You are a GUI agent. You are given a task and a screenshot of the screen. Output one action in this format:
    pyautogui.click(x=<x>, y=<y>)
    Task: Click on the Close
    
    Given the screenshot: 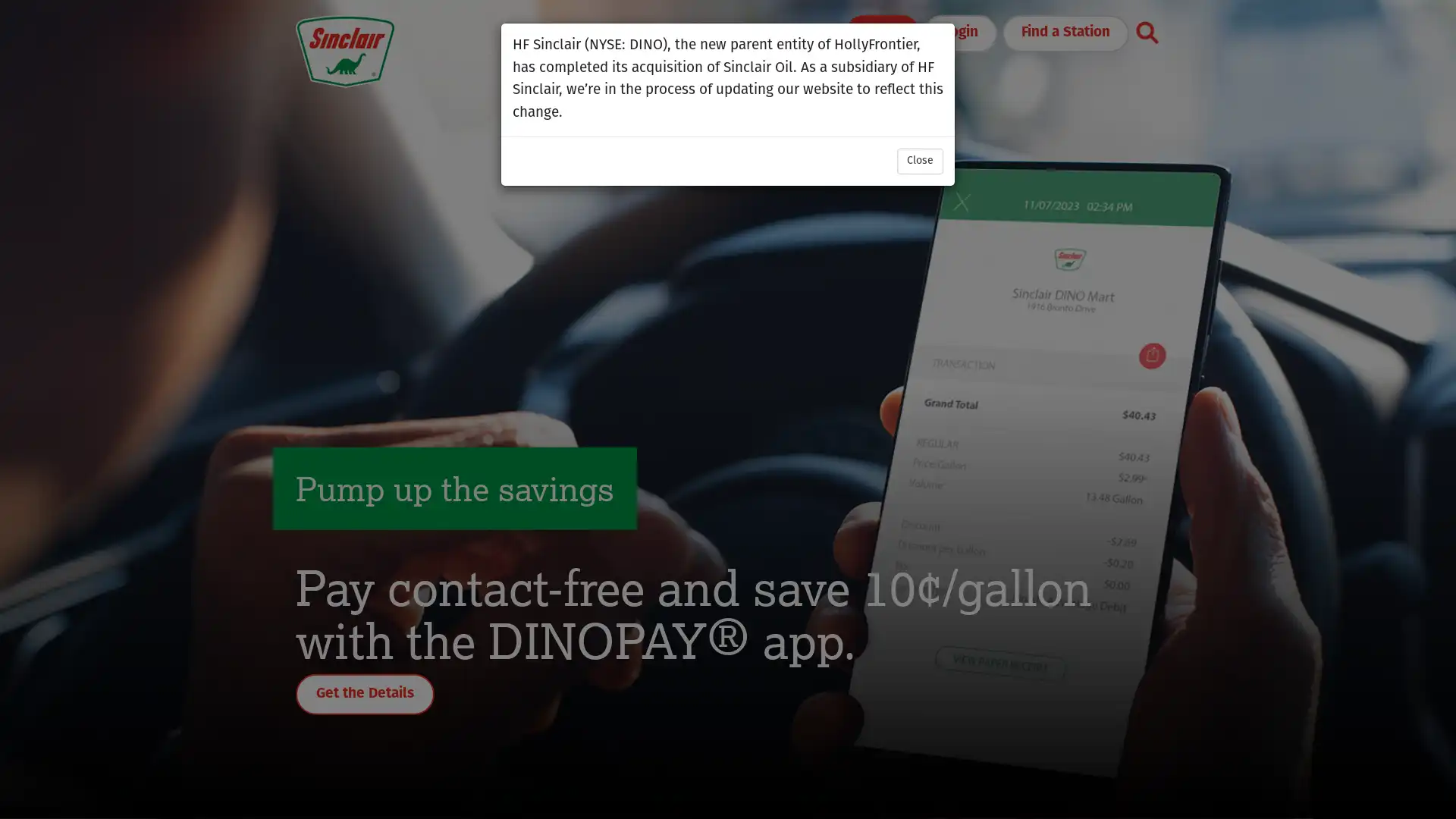 What is the action you would take?
    pyautogui.click(x=919, y=161)
    